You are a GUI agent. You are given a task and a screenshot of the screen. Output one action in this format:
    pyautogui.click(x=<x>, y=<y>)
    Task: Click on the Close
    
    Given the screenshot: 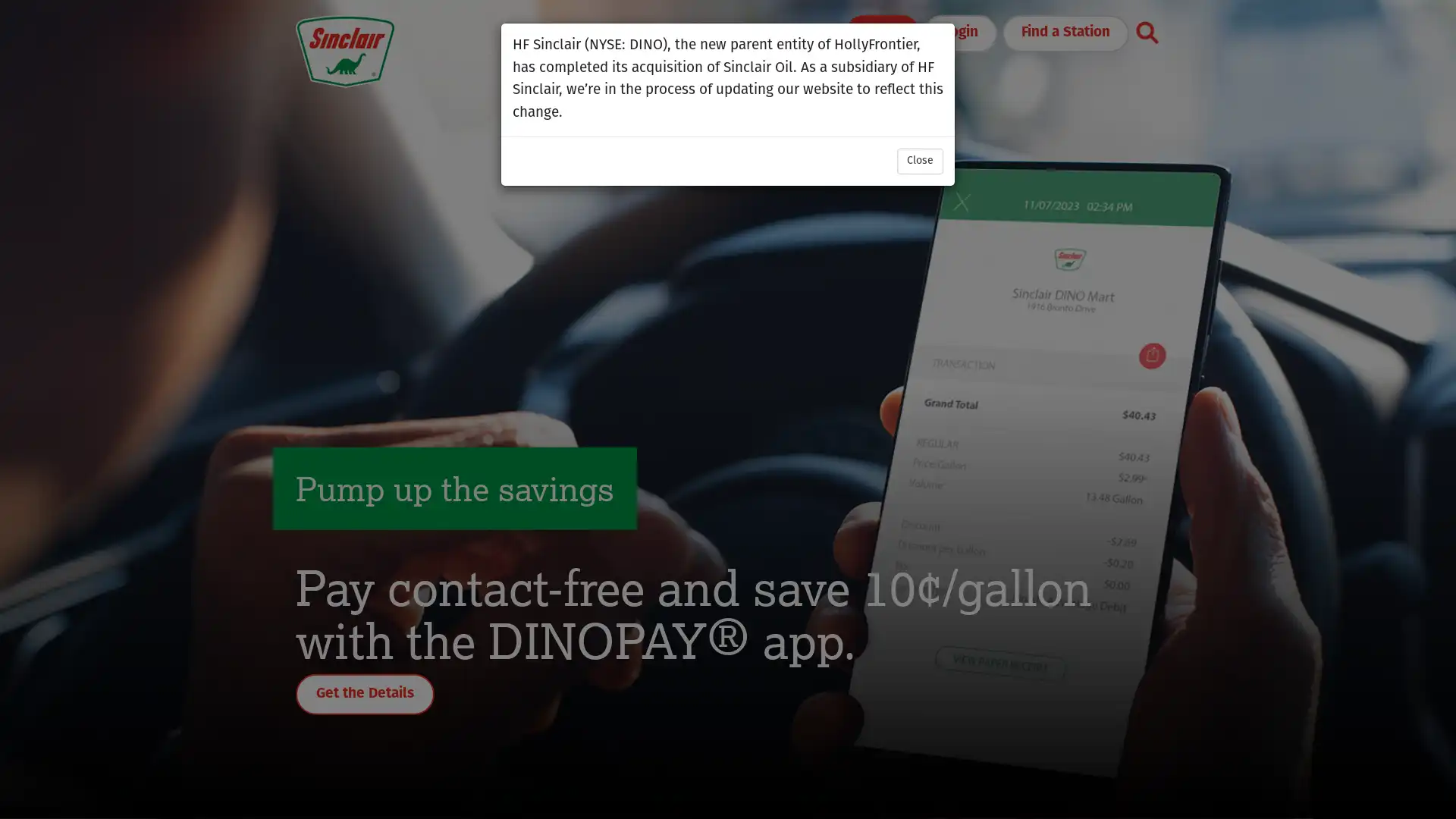 What is the action you would take?
    pyautogui.click(x=919, y=161)
    